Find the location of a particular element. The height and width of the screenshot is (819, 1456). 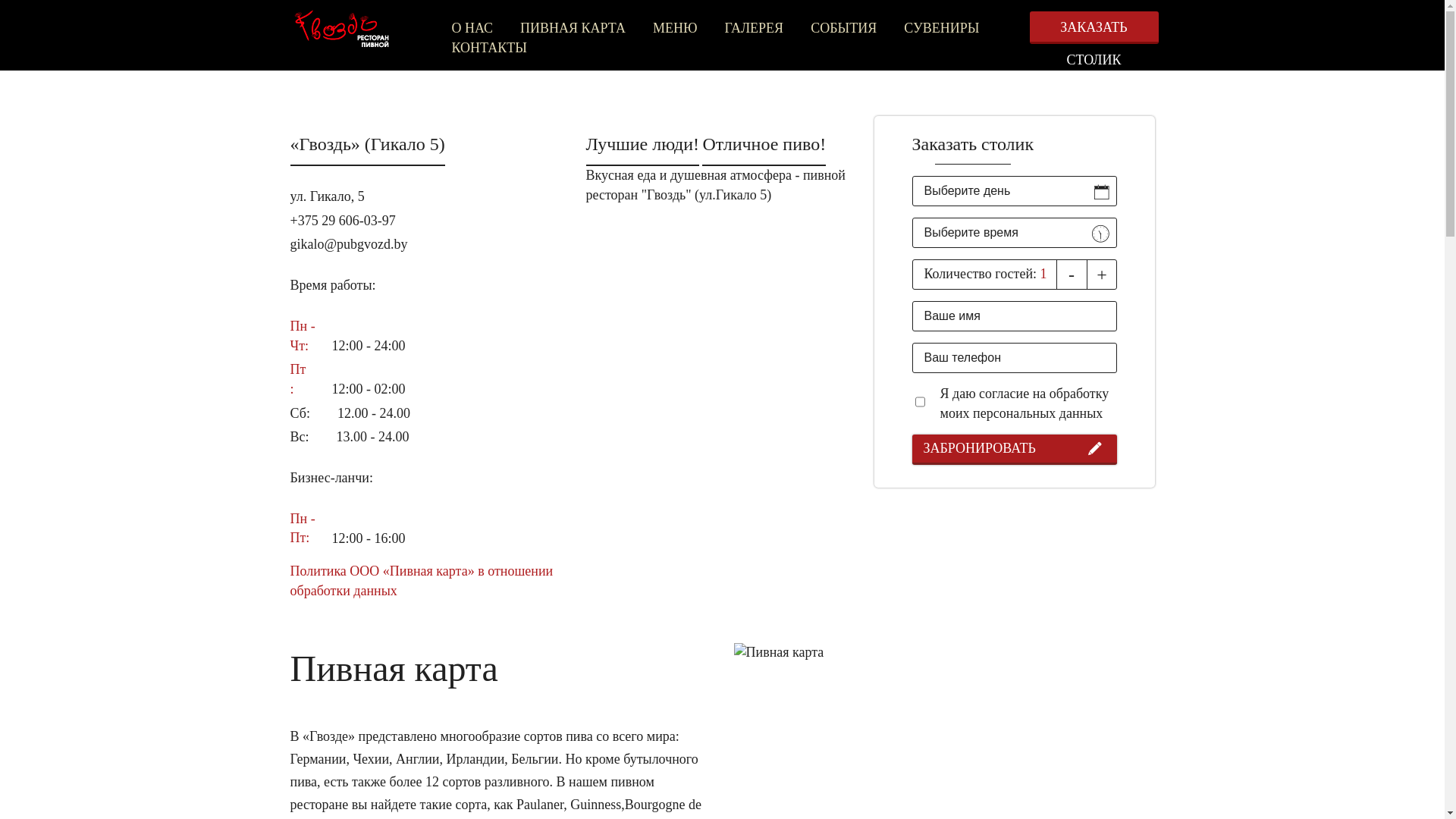

'gikalo@pubgvozd.by' is located at coordinates (347, 243).